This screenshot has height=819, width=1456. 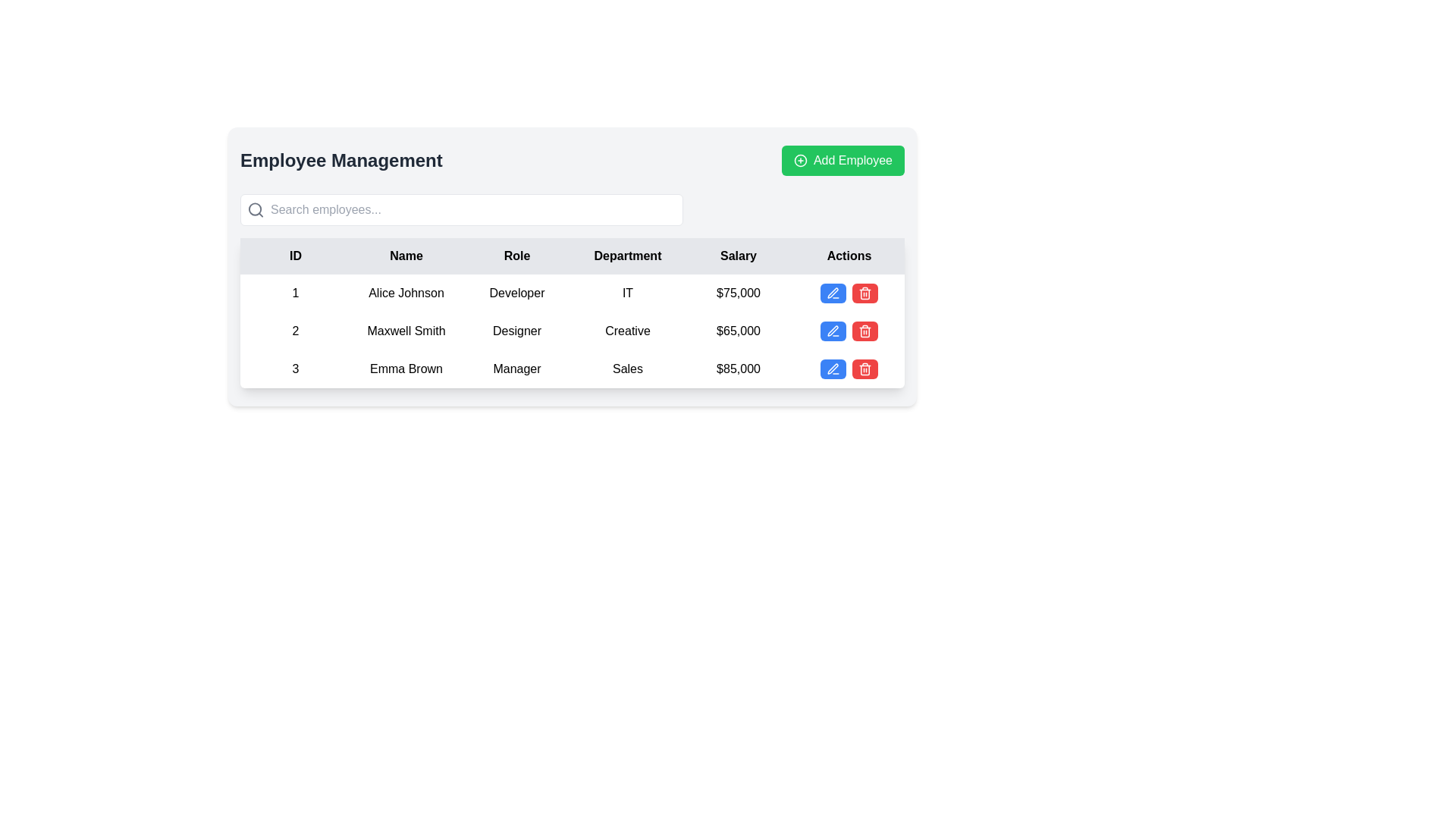 I want to click on the 'Sales' text label in the Department column for employee 'Emma Brown', which is centered in its cell, adjacent to 'Manager' and '$85,000', so click(x=628, y=369).